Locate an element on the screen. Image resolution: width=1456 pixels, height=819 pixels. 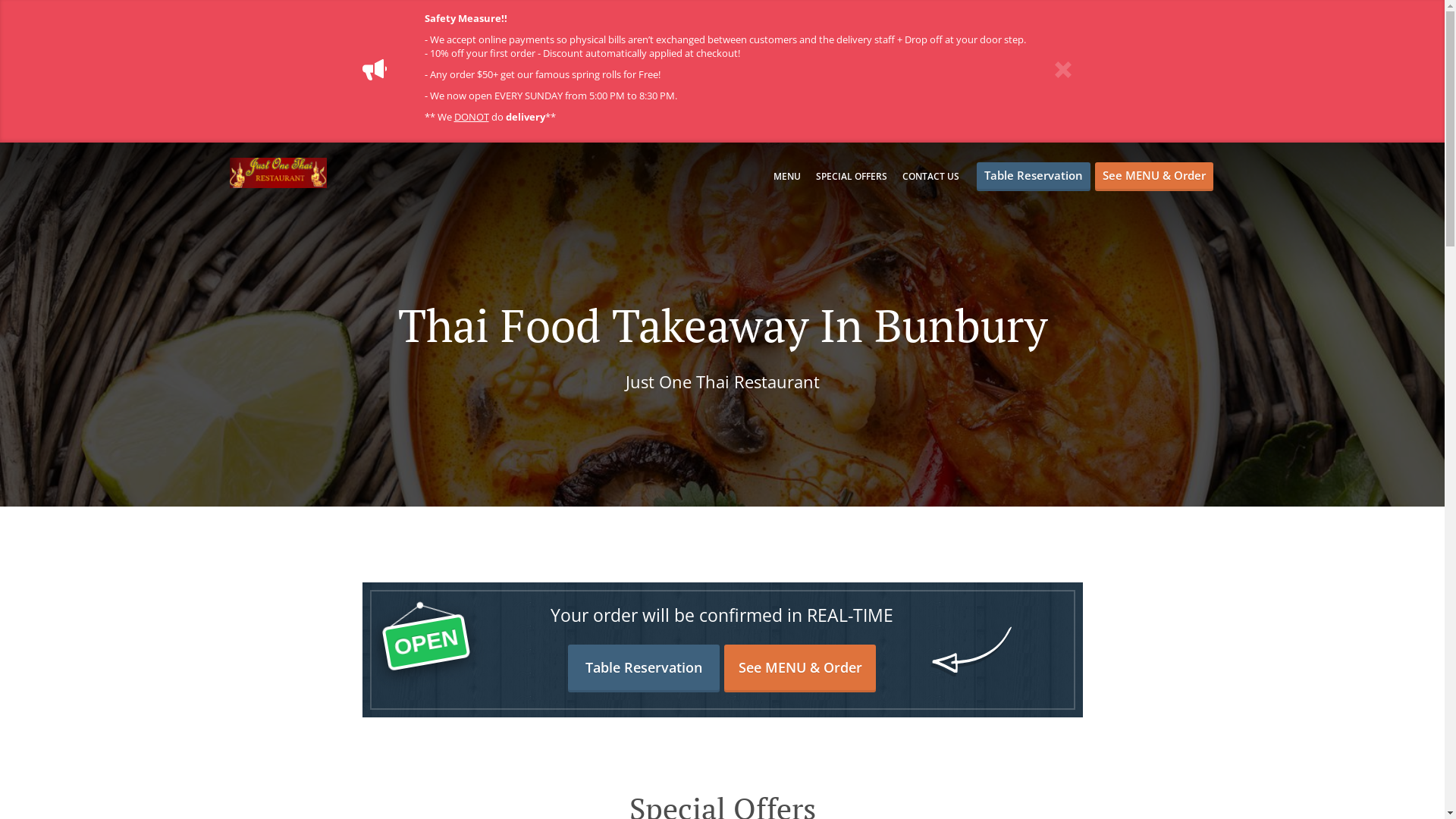
'CONTACT US' is located at coordinates (902, 175).